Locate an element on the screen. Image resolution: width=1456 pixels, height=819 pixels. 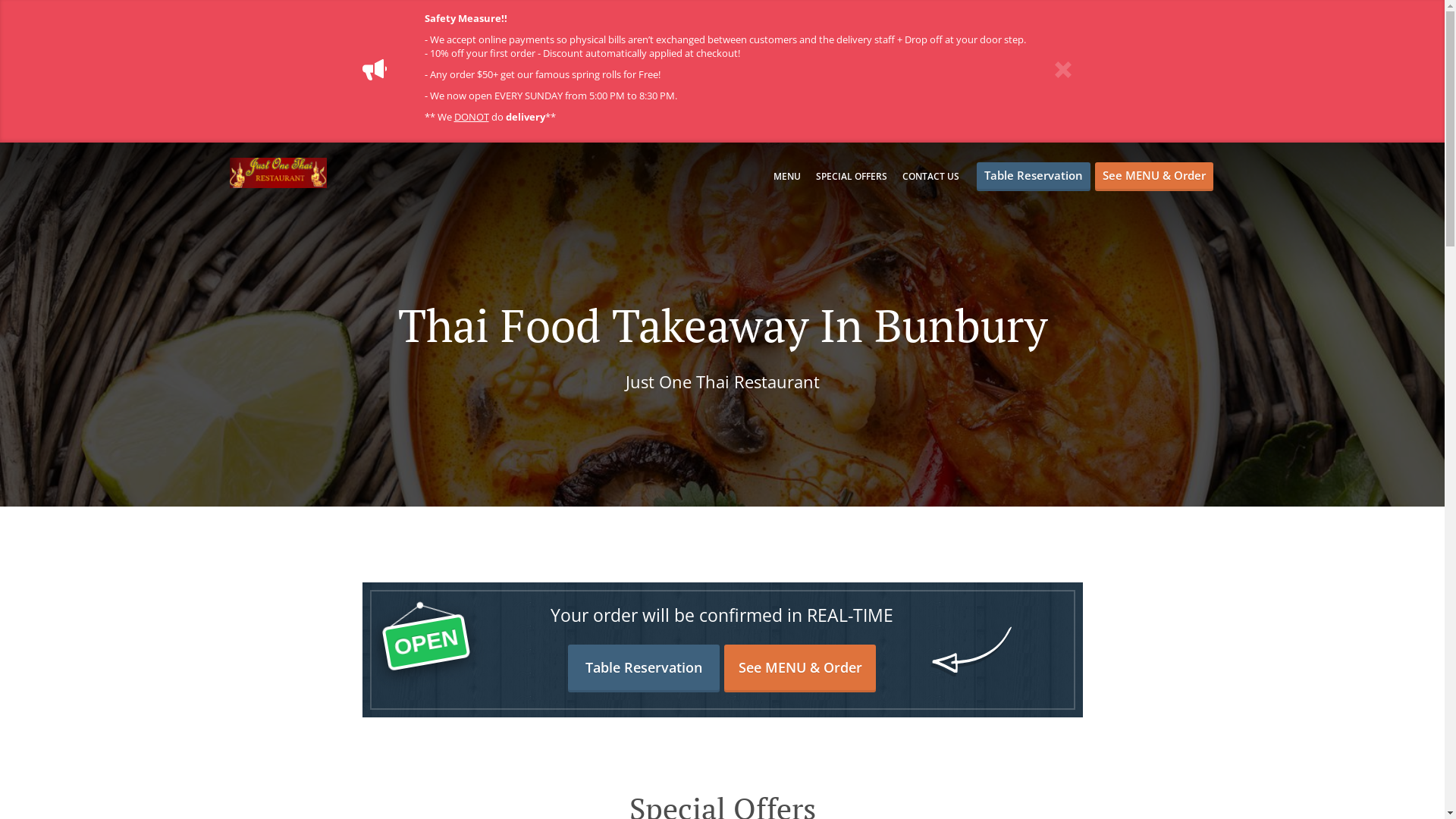
'CONTACT US' is located at coordinates (902, 175).